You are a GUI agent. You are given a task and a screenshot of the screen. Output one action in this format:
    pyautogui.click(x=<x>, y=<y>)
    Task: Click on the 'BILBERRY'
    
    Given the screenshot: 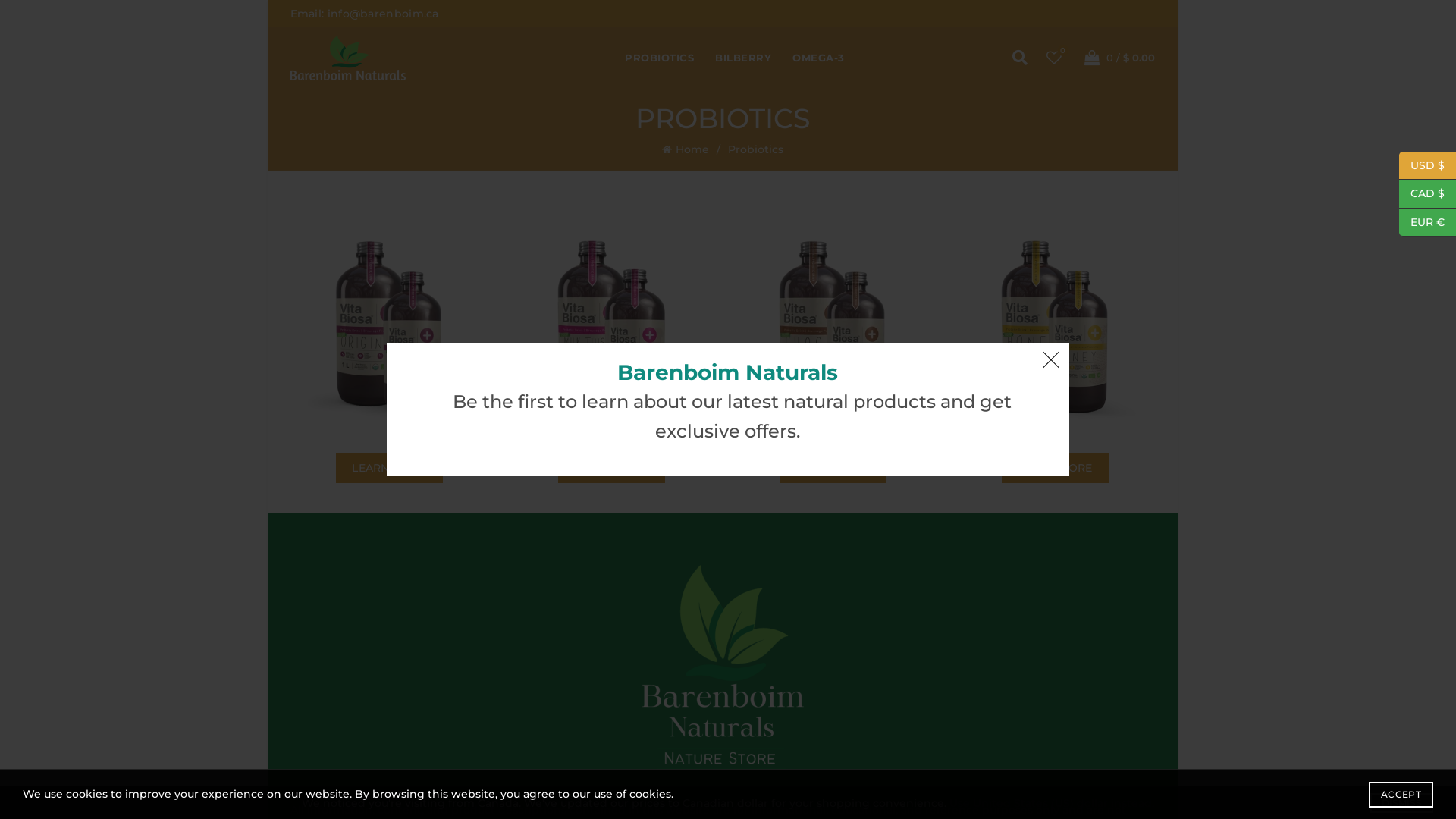 What is the action you would take?
    pyautogui.click(x=742, y=57)
    